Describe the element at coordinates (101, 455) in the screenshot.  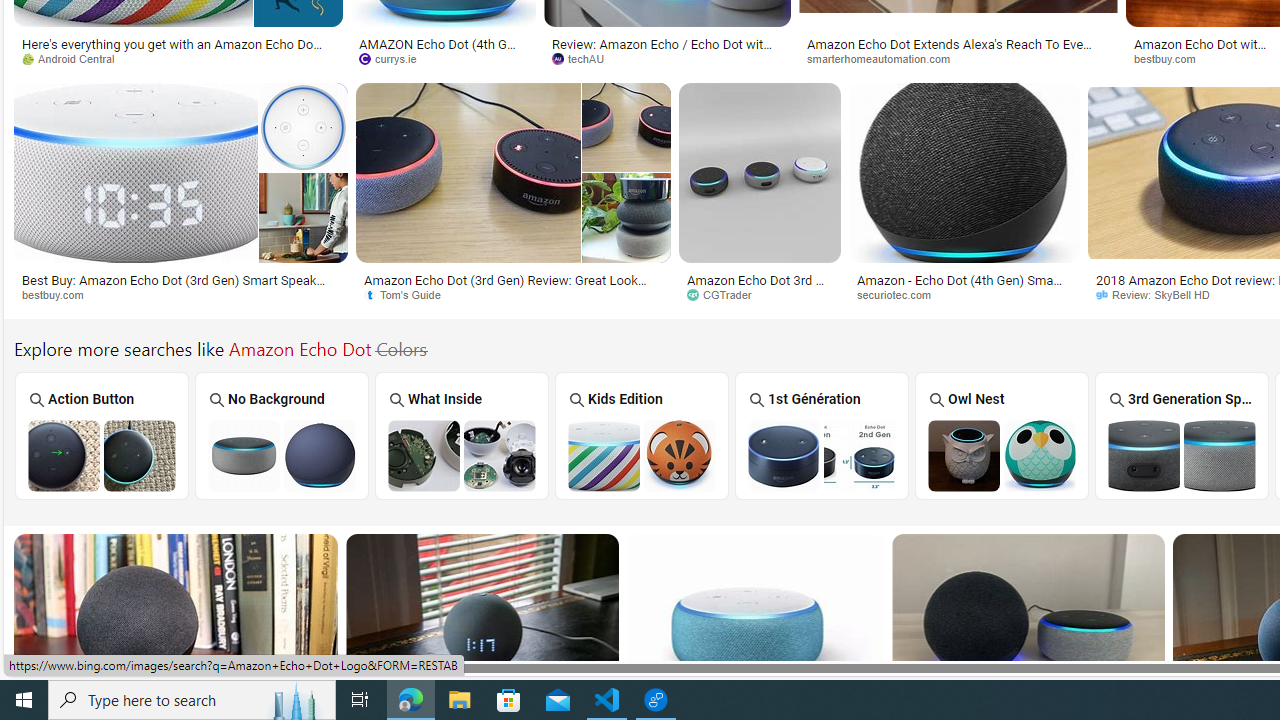
I see `'Amazon Echo Dot Action Button'` at that location.